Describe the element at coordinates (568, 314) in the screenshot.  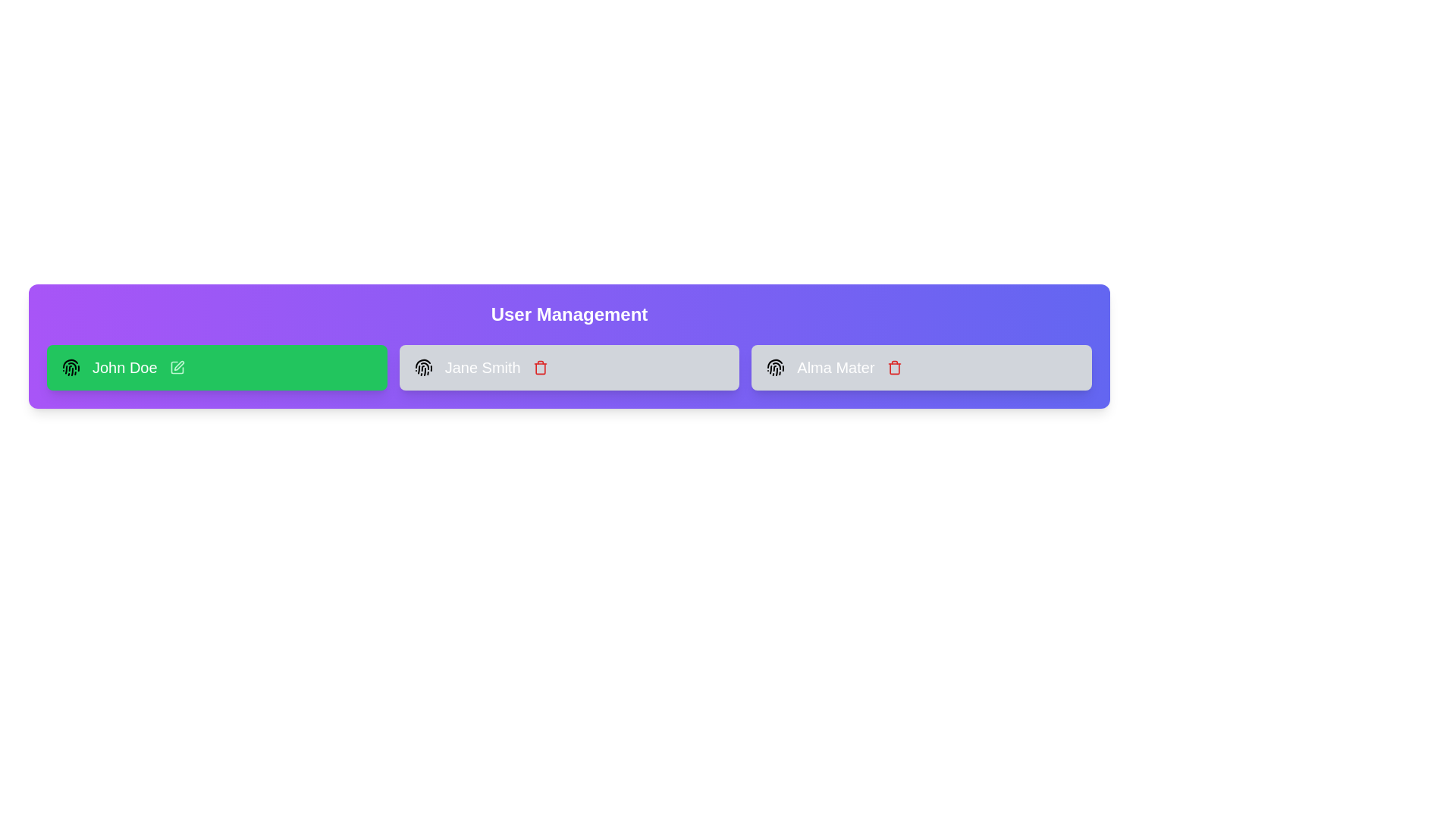
I see `the 'User Management' header to interact with it` at that location.